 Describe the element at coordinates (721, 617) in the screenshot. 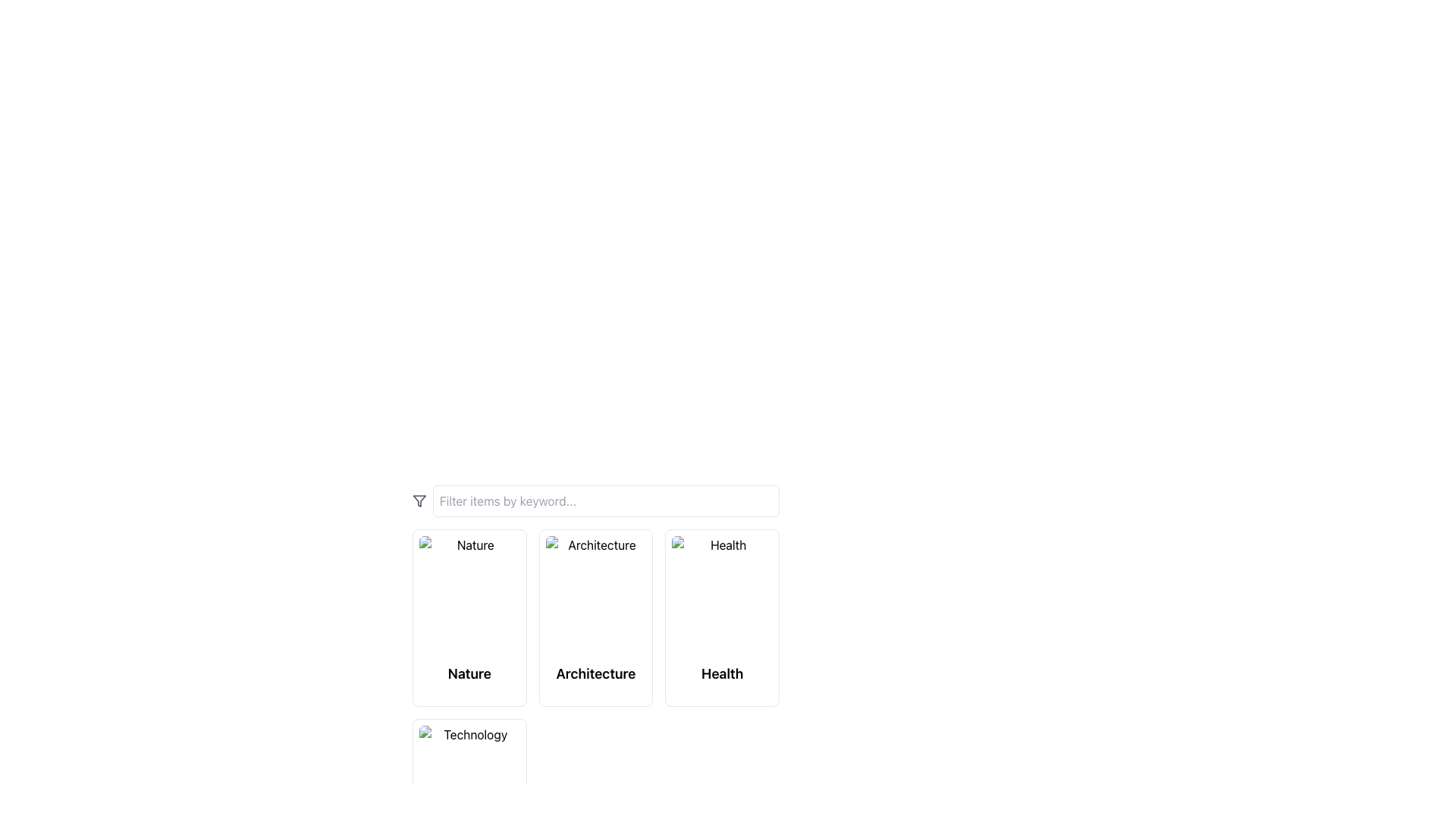

I see `the 'Health' Category card, which is the third card in the top row of a grid layout` at that location.